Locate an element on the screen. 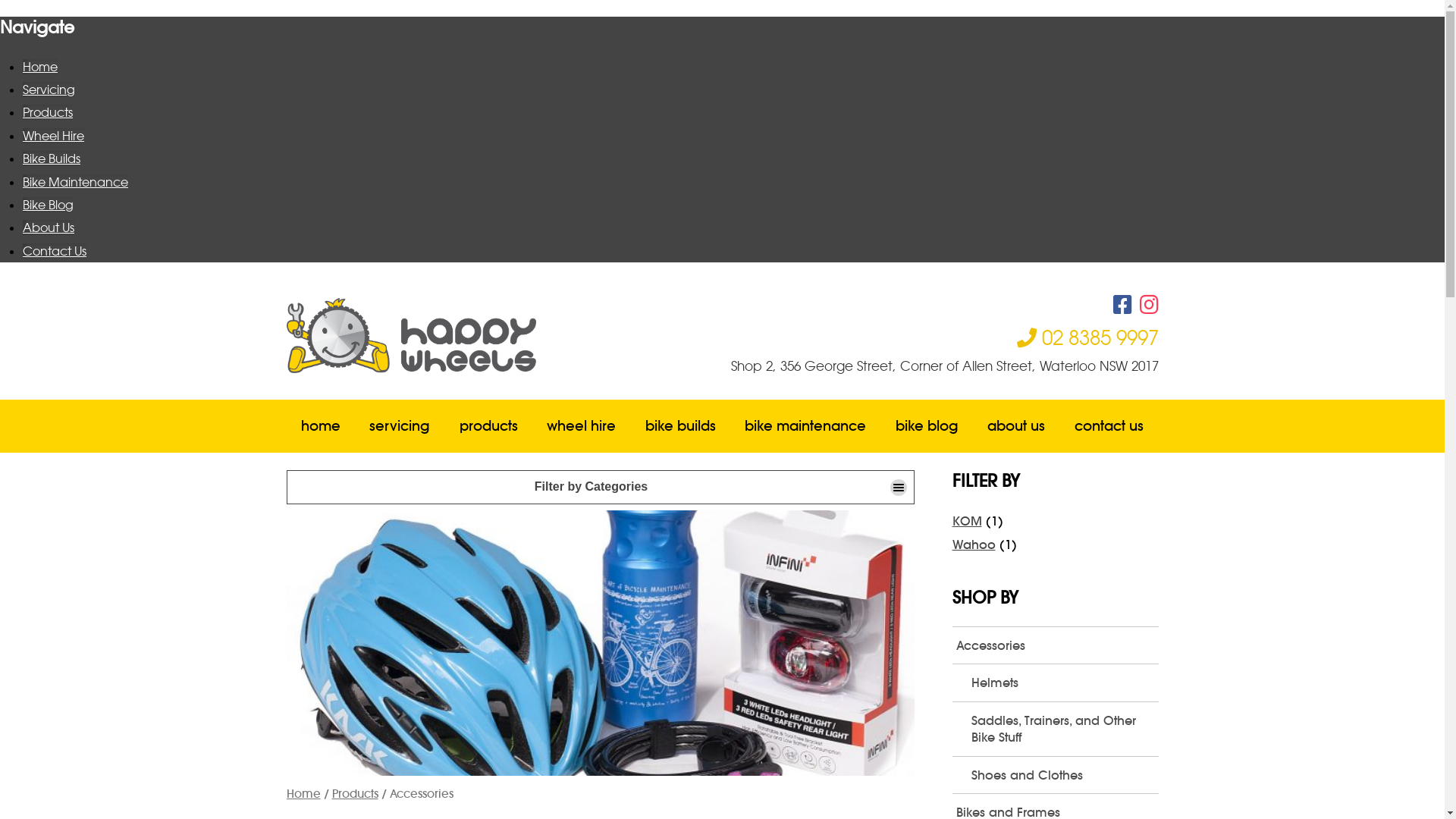  'KOM' is located at coordinates (966, 519).